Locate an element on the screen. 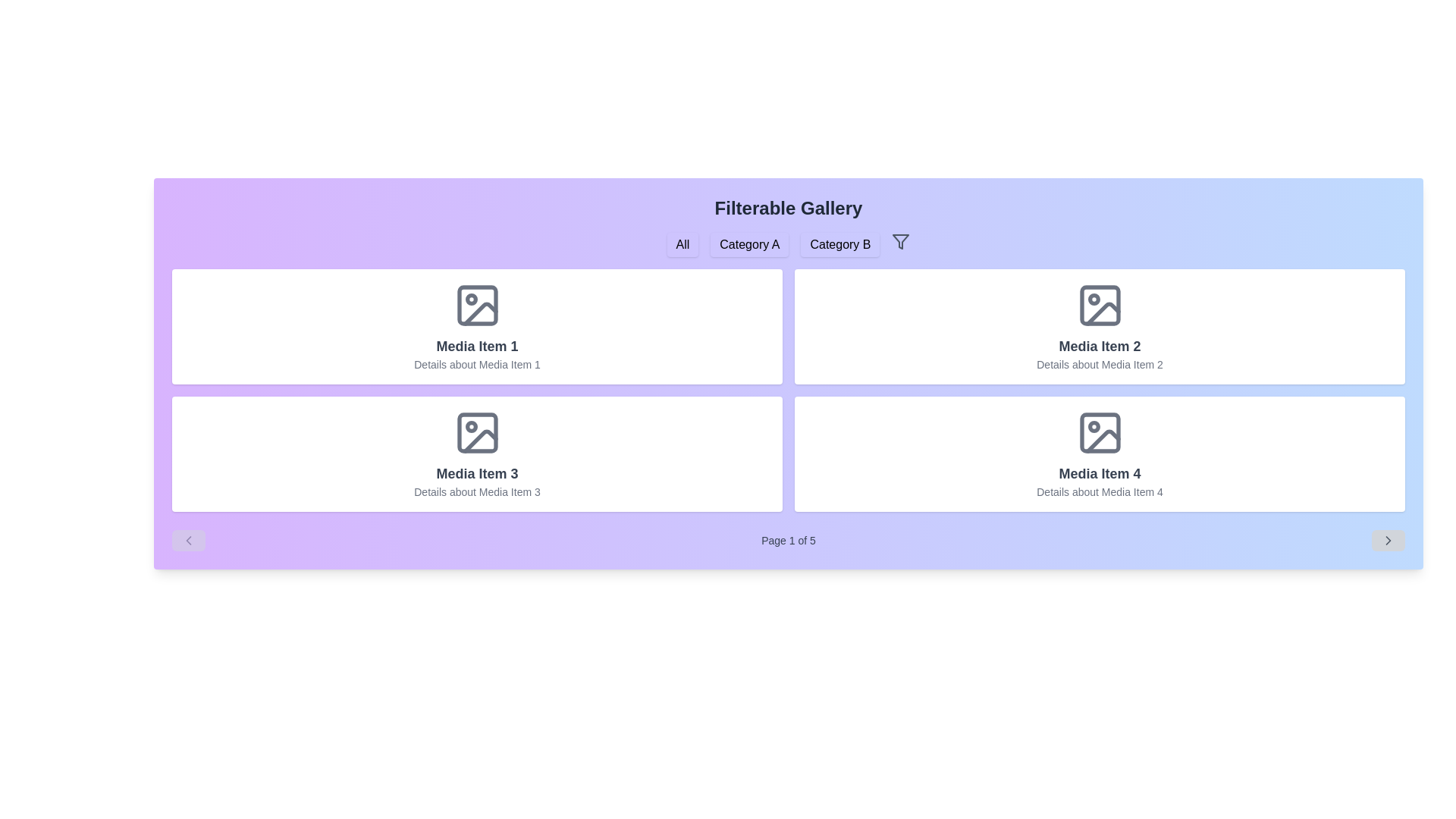  information displayed in the text of the second text item within the card component for 'Media Item 1', which is positioned below the title text is located at coordinates (476, 365).